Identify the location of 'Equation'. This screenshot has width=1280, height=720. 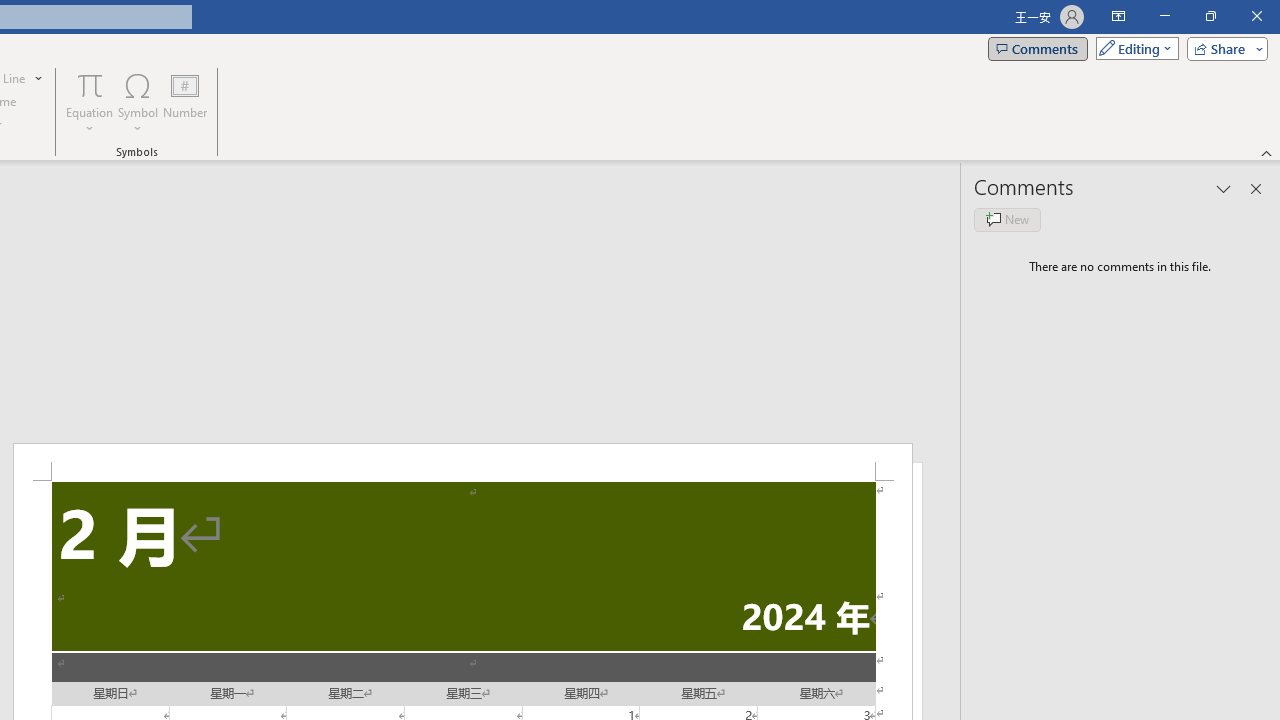
(89, 103).